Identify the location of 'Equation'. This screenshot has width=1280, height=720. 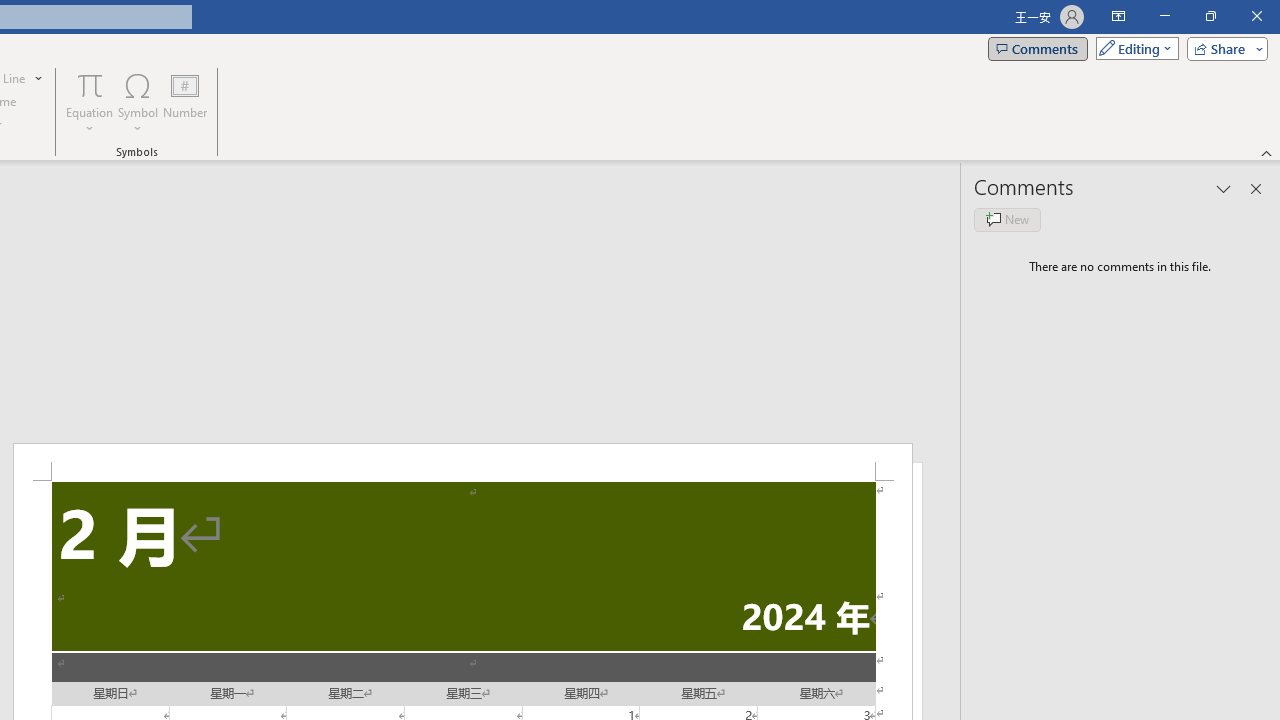
(89, 103).